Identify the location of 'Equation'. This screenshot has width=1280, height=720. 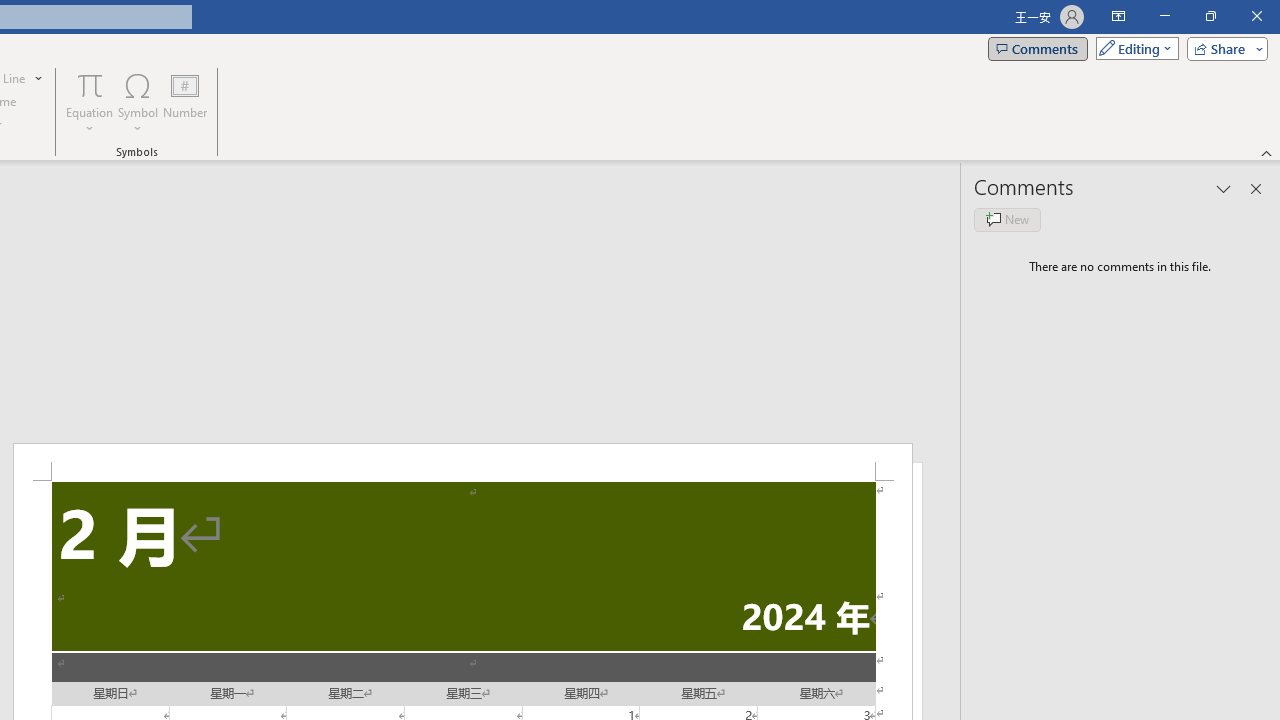
(89, 103).